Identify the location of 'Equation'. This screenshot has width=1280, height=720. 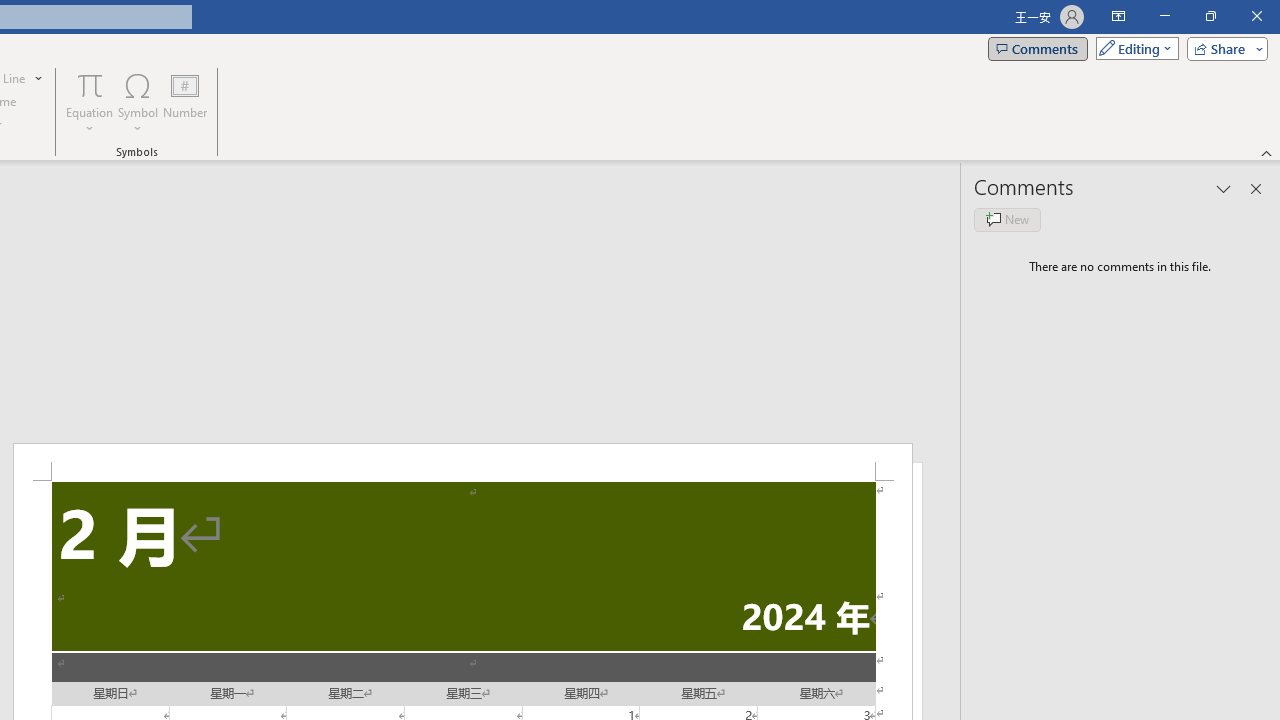
(89, 103).